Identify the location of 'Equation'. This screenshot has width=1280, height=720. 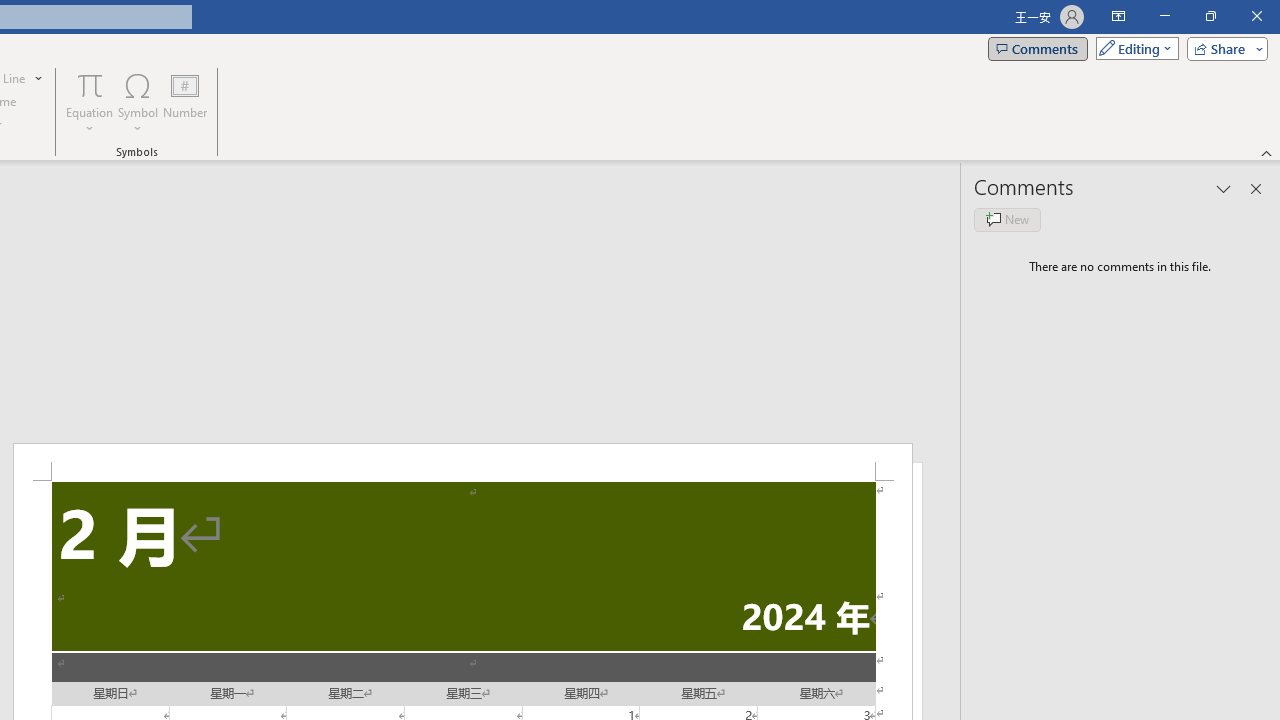
(89, 103).